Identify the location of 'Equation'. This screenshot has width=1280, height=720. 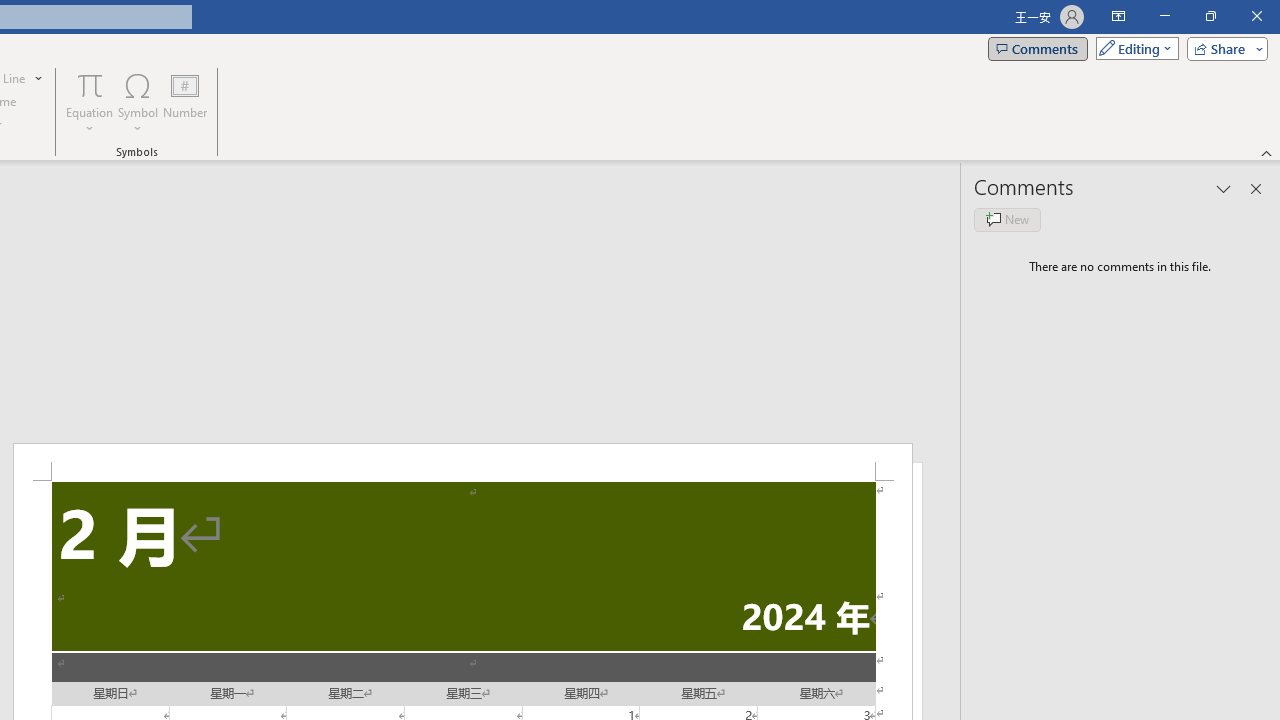
(89, 103).